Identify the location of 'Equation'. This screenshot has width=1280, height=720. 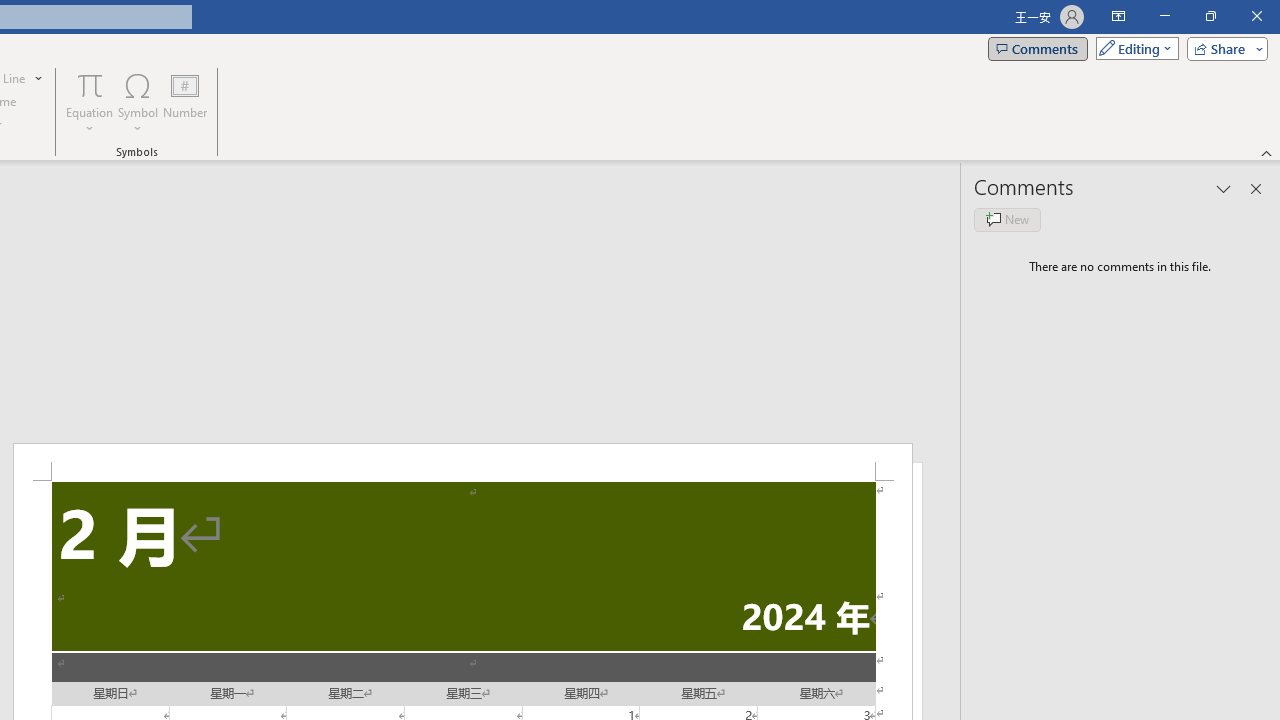
(89, 103).